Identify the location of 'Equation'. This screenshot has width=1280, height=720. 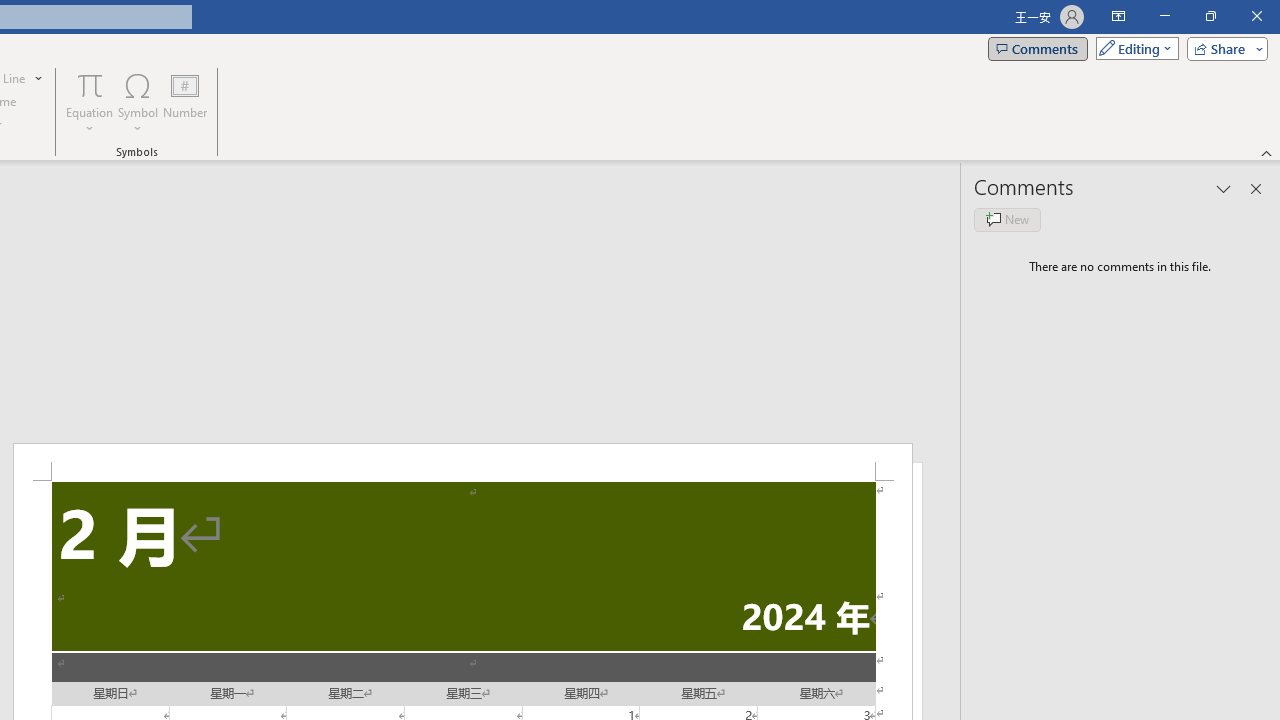
(89, 103).